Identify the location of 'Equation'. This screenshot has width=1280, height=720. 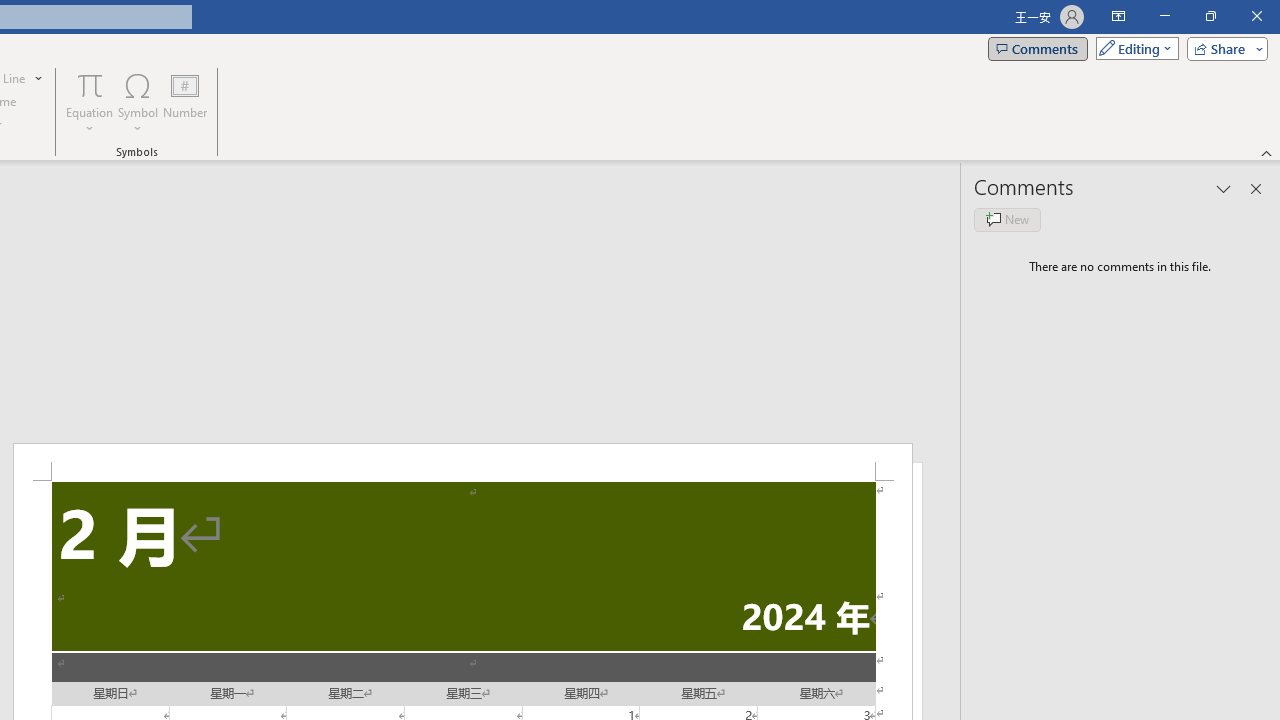
(89, 103).